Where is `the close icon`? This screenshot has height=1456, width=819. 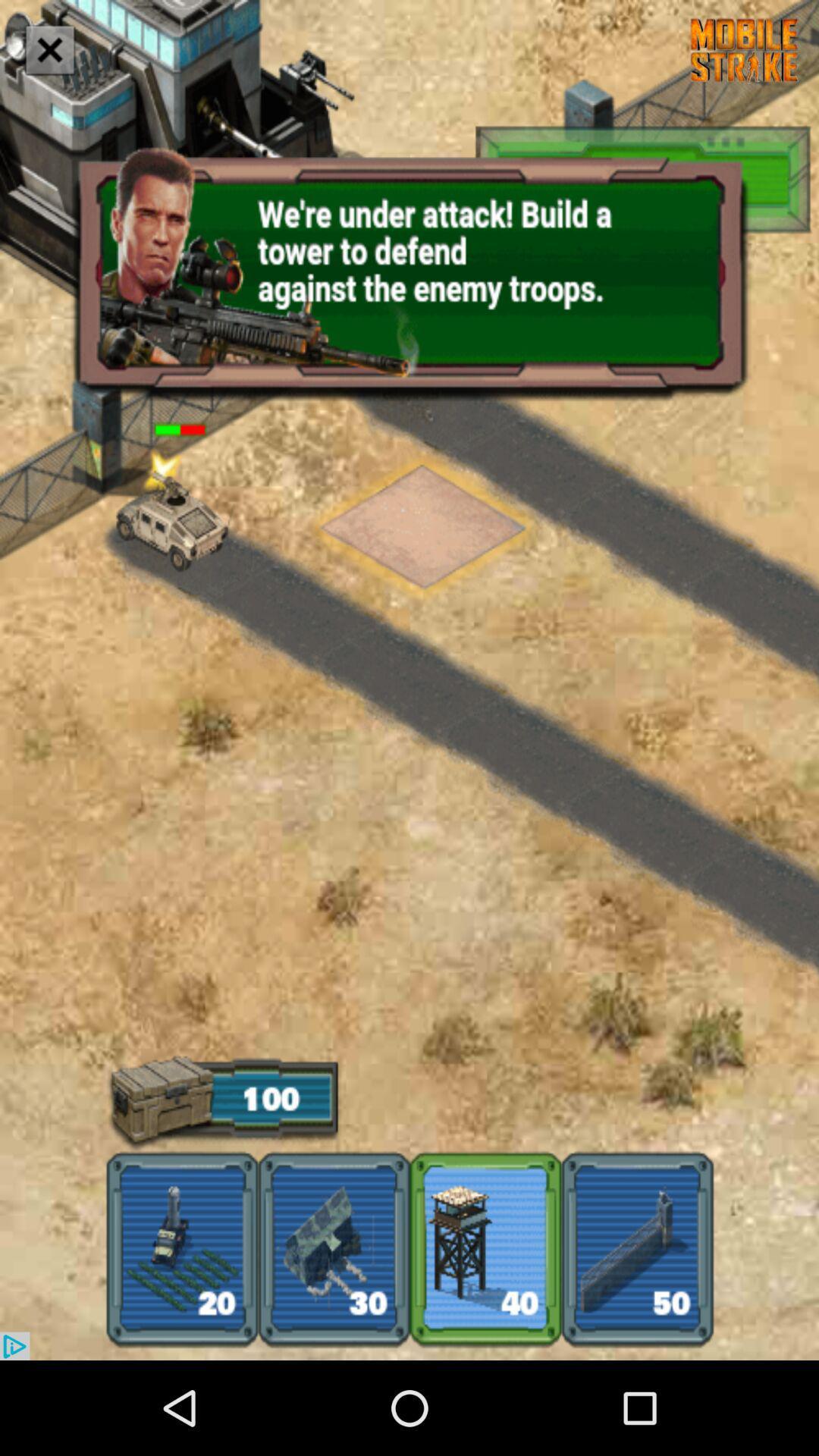
the close icon is located at coordinates (49, 53).